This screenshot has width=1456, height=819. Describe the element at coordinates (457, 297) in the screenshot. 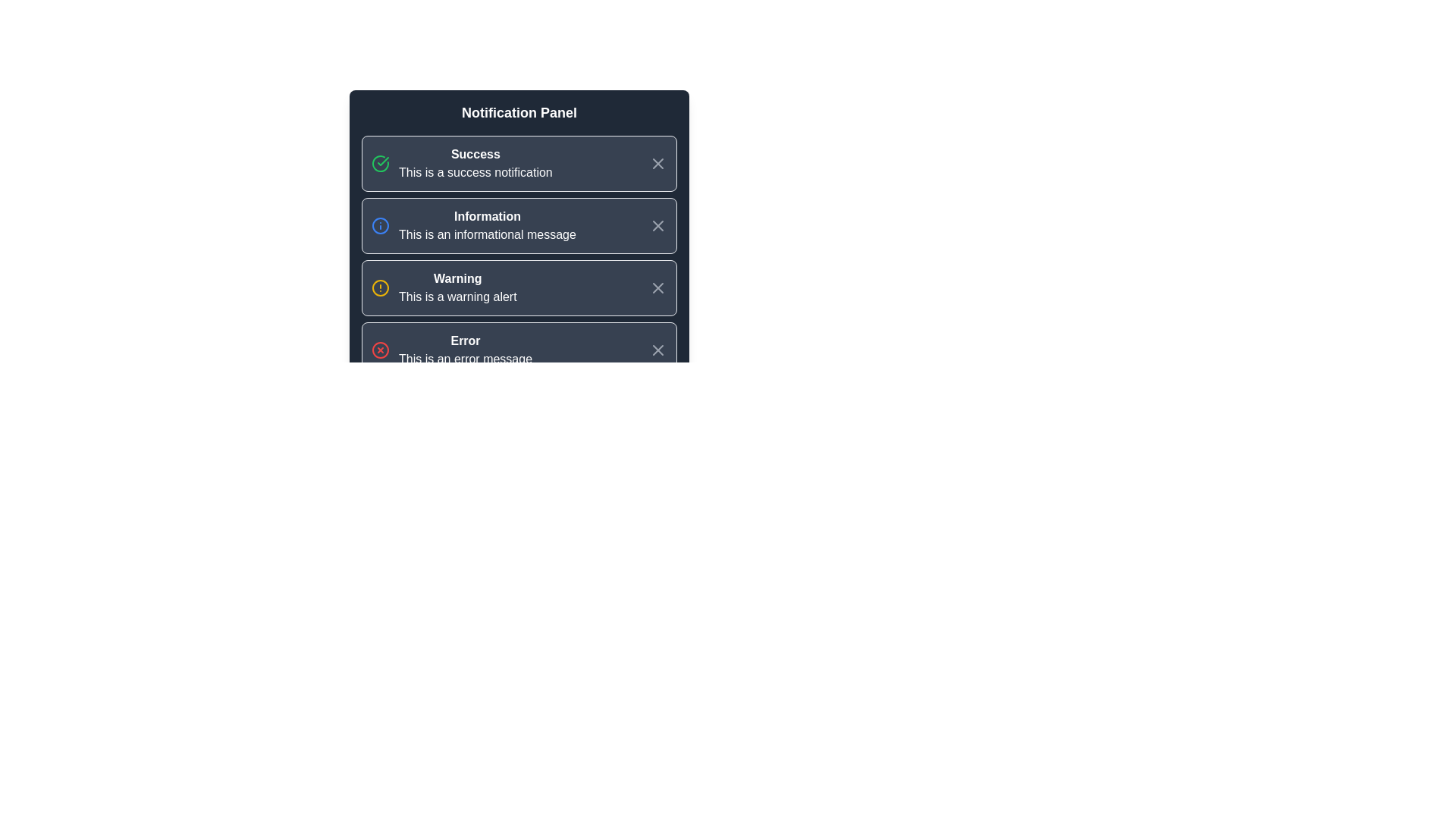

I see `the static text reading 'This is a warning alert' located in the third notification box of the 'Notification Panel', beneath the title 'Warning' and to the right of the orange exclamation icon` at that location.